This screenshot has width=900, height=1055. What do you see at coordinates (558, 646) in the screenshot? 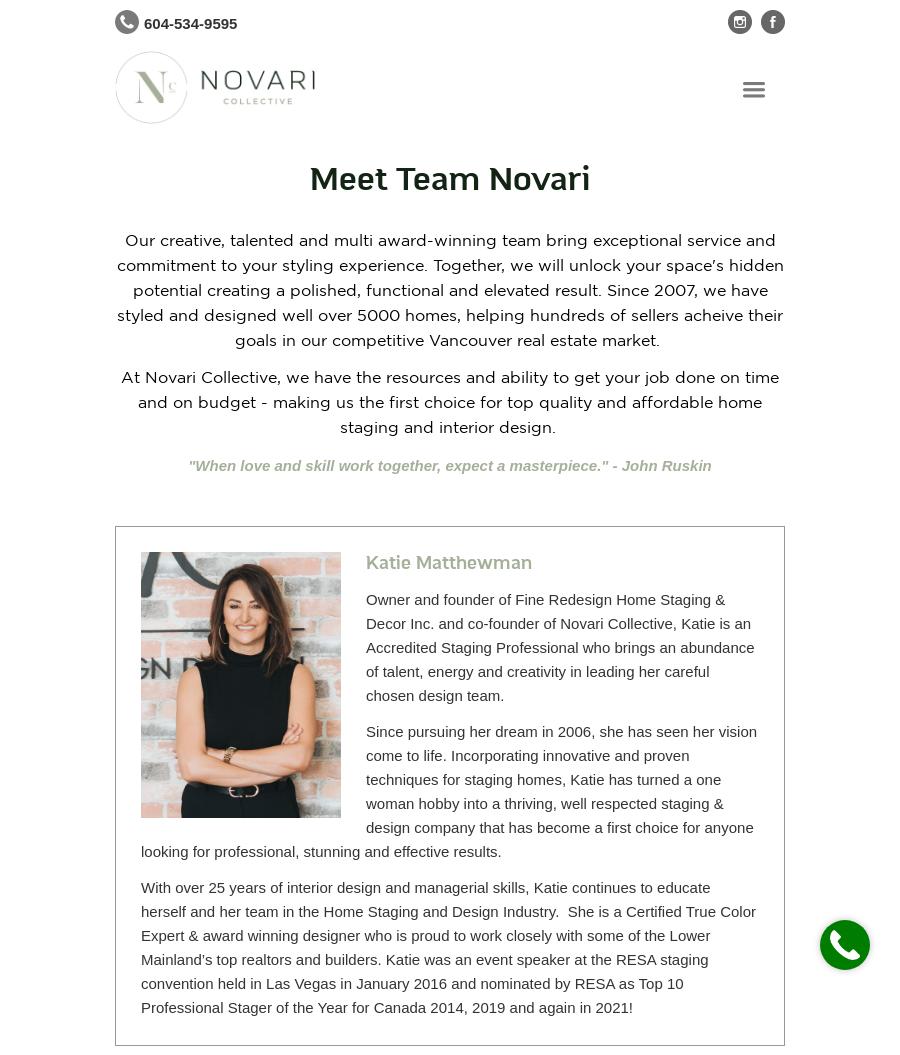
I see `'Owner and founder of Fine Redesign Home Staging & Decor Inc. and co-founder of Novari Collective, Katie is an Accredited Staging Professional who brings an abundance of talent, energy and creativity in leading her careful chosen design team.'` at bounding box center [558, 646].